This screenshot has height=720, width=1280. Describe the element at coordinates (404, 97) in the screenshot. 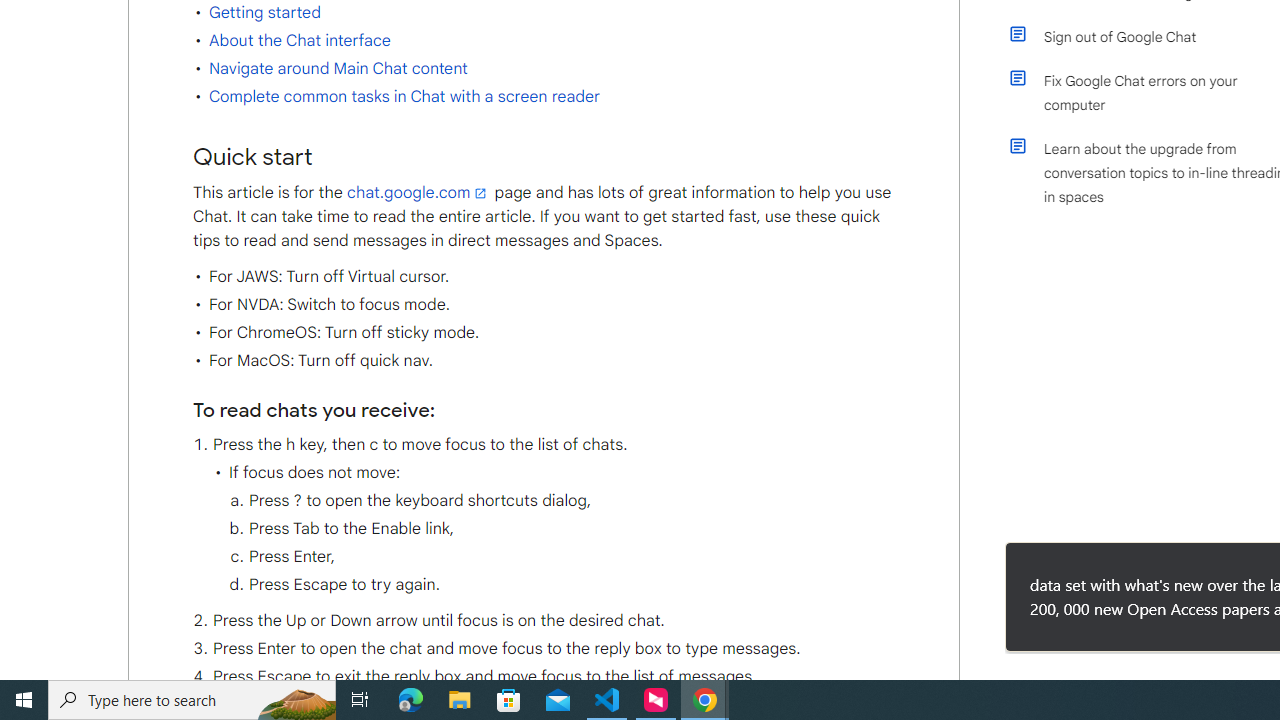

I see `'Complete common tasks in Chat with a screen reader'` at that location.